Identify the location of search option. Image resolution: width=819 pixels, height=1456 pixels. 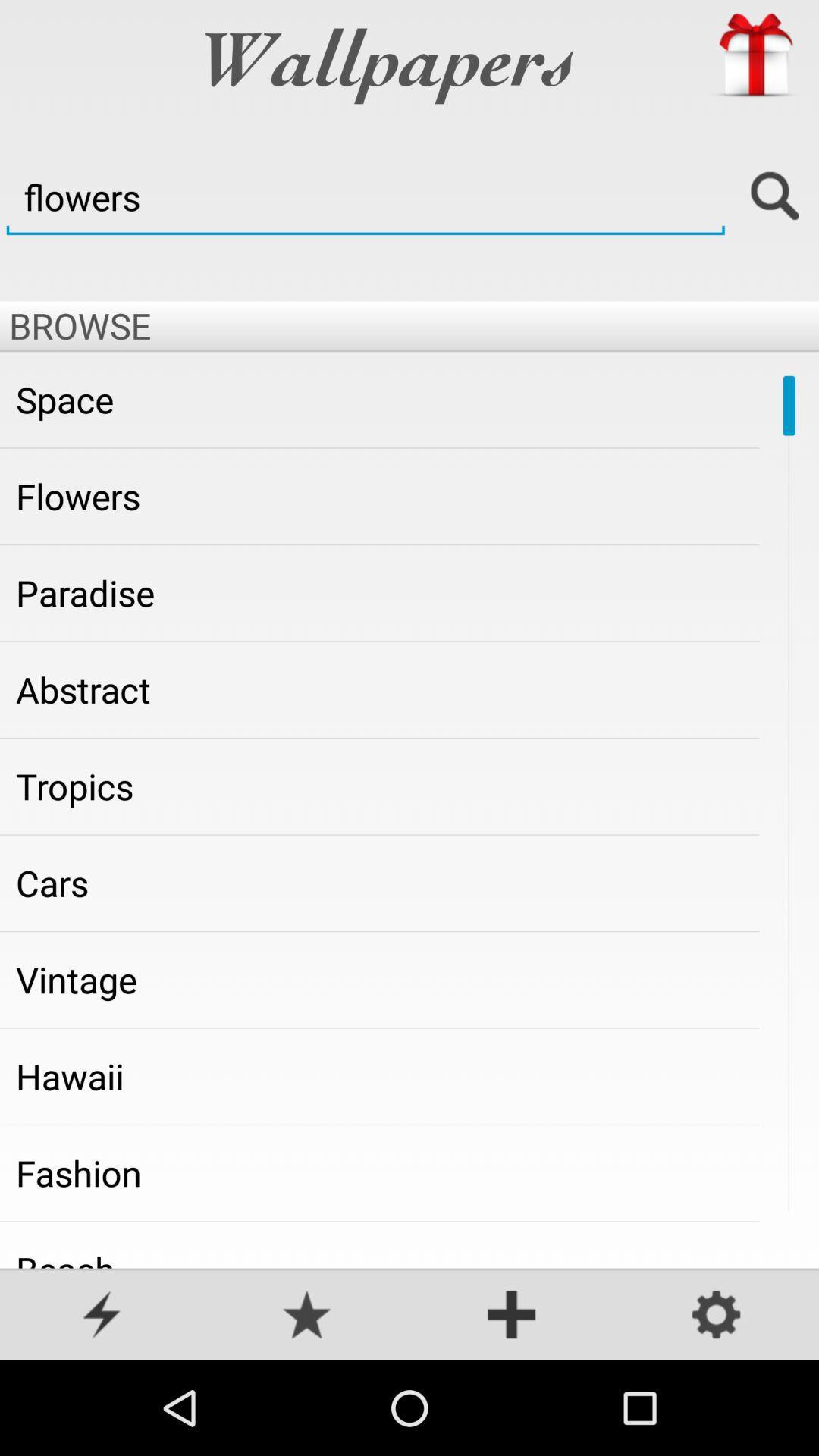
(775, 196).